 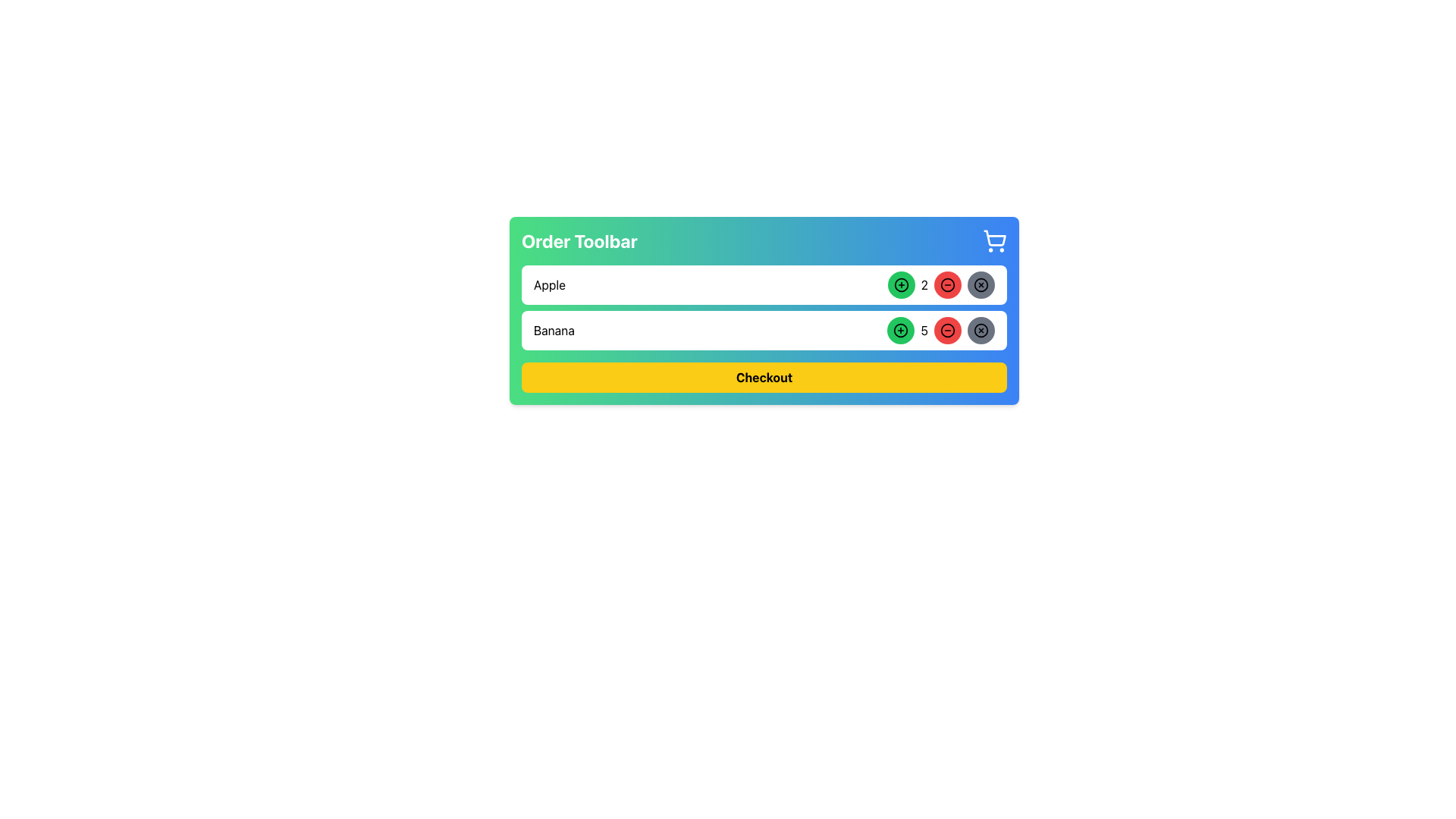 What do you see at coordinates (901, 284) in the screenshot?
I see `the increment button for the 'Apple' item` at bounding box center [901, 284].